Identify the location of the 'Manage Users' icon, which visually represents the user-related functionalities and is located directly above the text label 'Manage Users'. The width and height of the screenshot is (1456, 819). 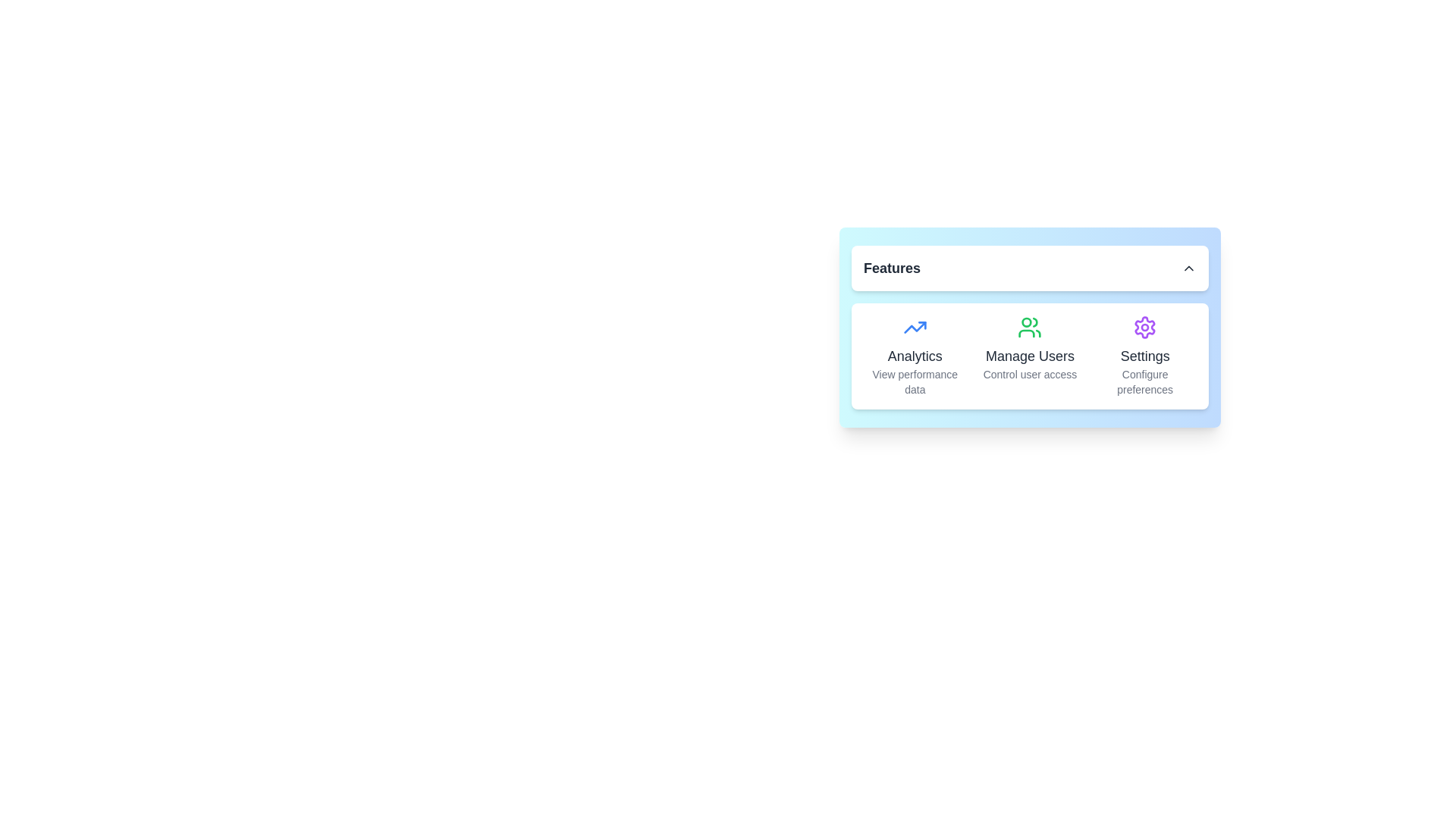
(1030, 327).